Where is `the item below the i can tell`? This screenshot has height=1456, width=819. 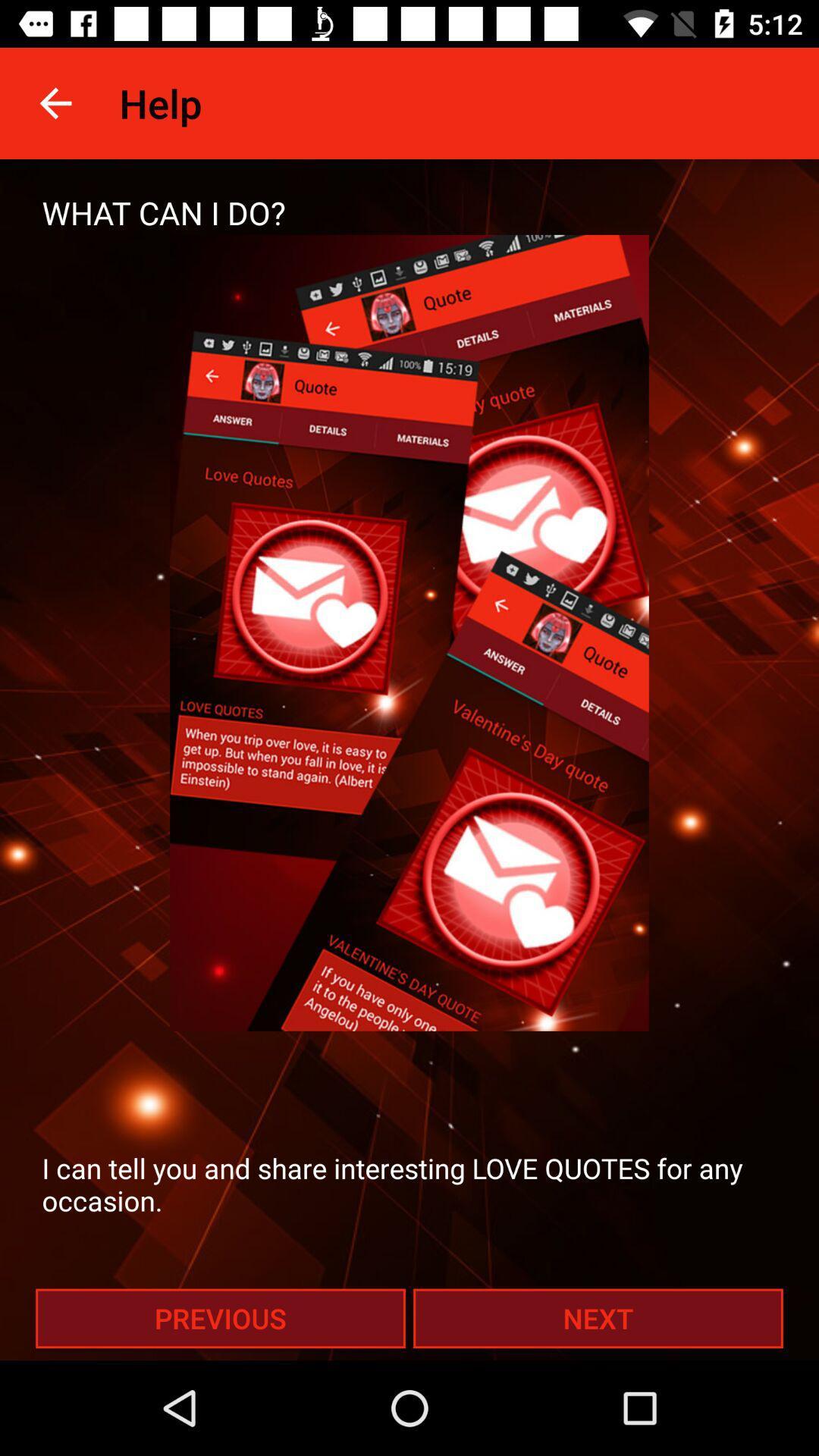
the item below the i can tell is located at coordinates (220, 1317).